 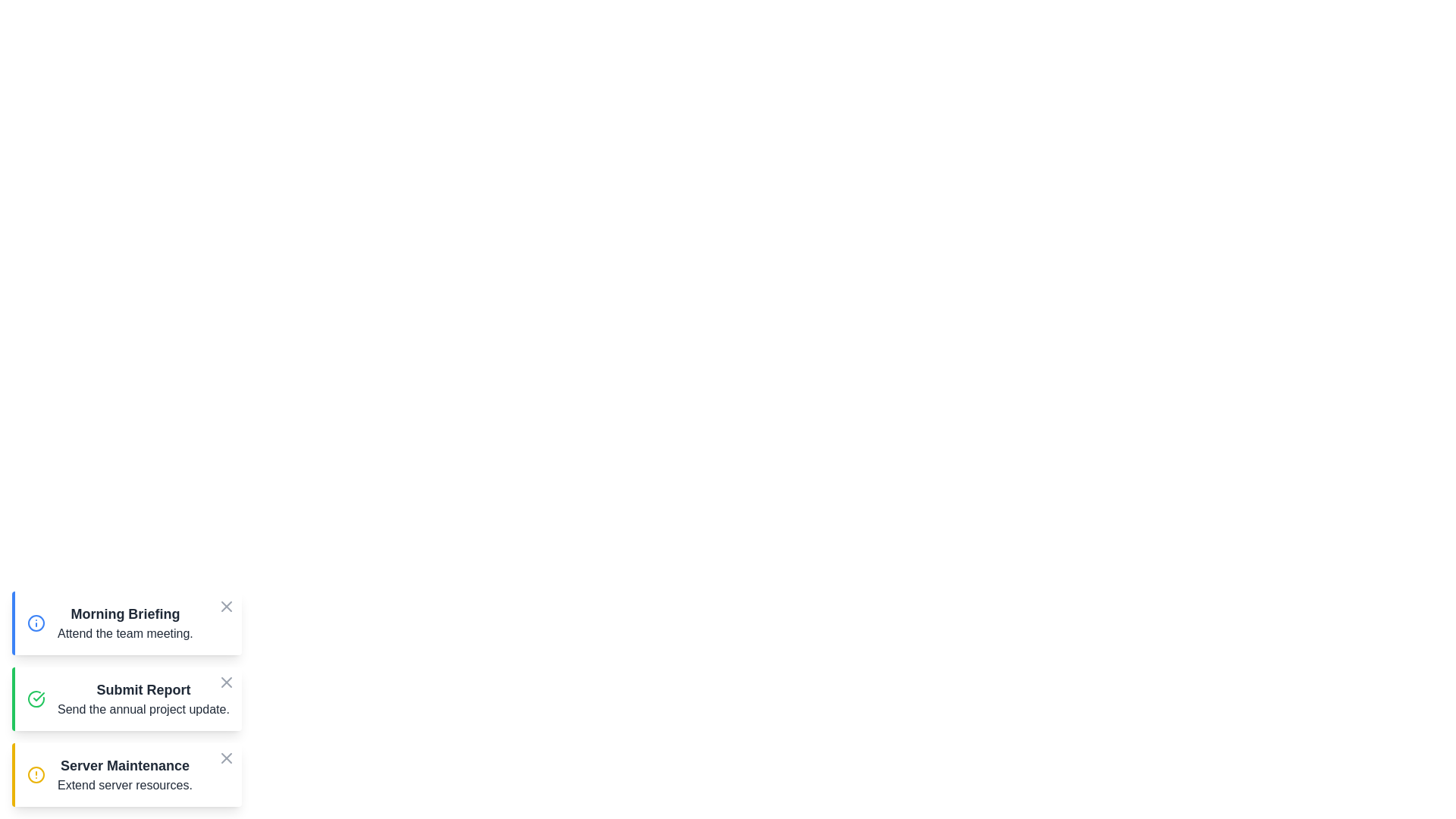 What do you see at coordinates (125, 634) in the screenshot?
I see `the Text Label that provides supplementary information for 'Morning Briefing', which is aligned below the heading in a vertically-stacked layout` at bounding box center [125, 634].